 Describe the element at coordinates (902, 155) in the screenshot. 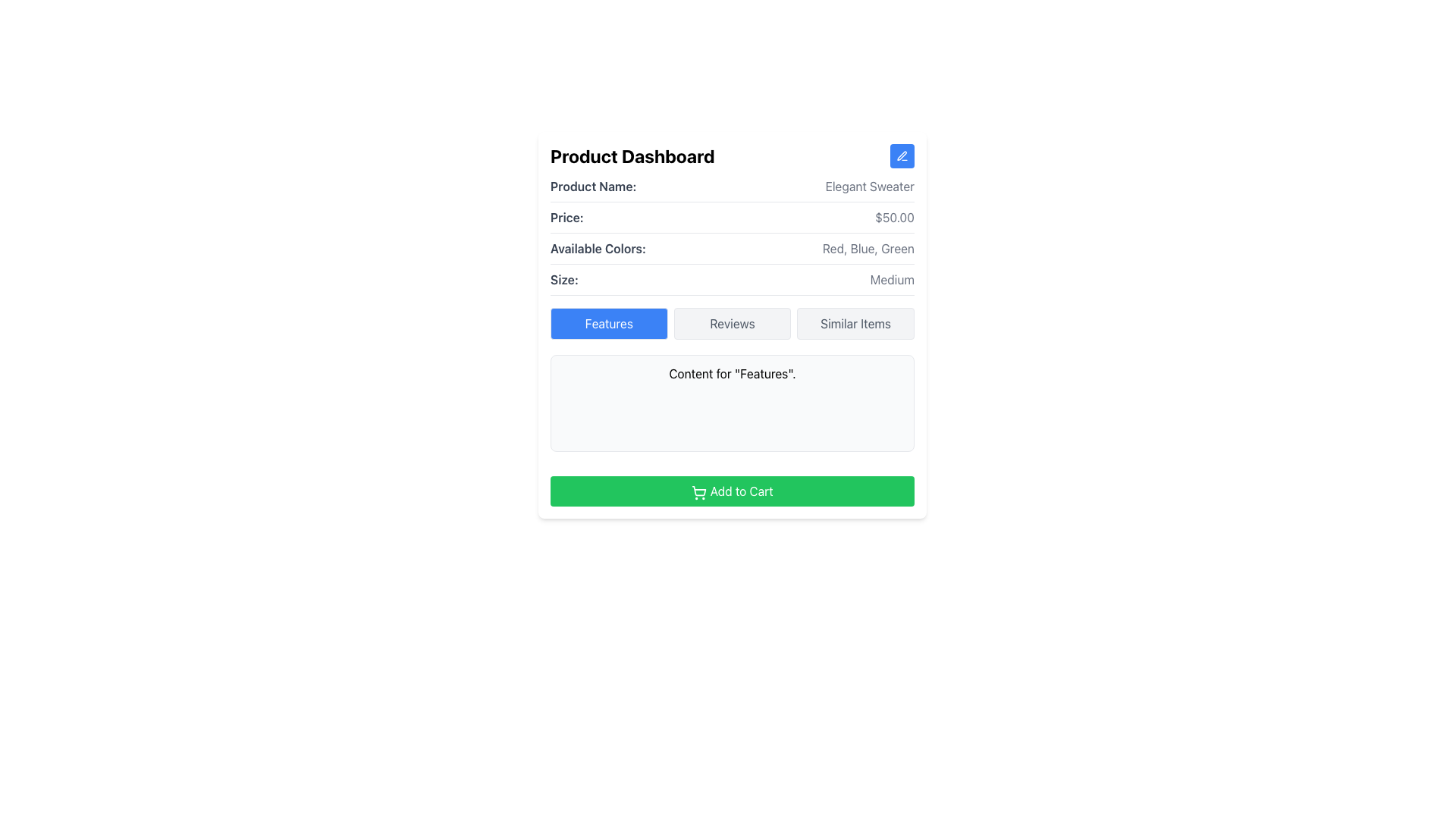

I see `the edit button located at the top-right corner of the 'Product Dashboard' card` at that location.